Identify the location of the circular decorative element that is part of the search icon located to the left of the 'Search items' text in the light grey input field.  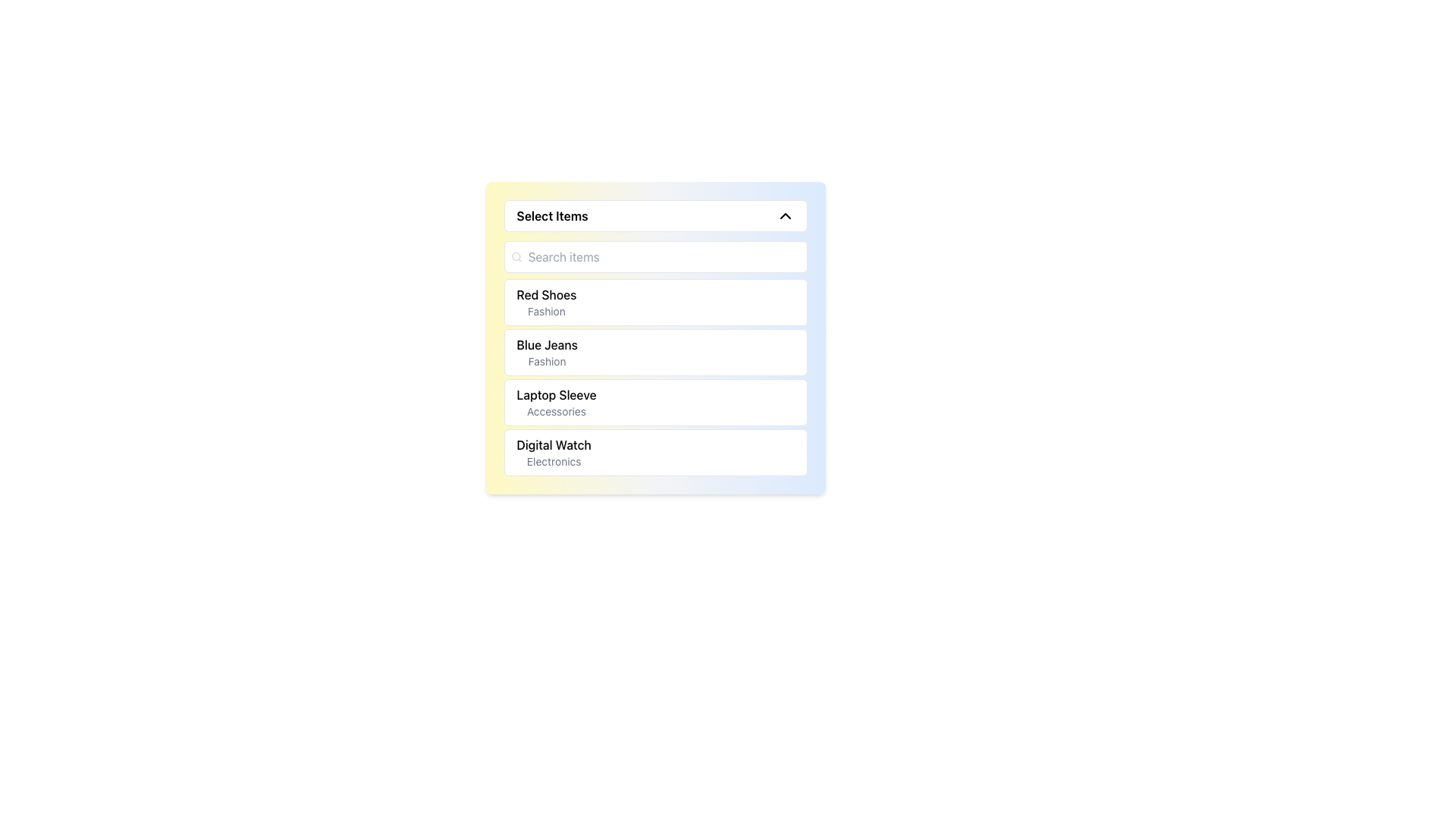
(516, 256).